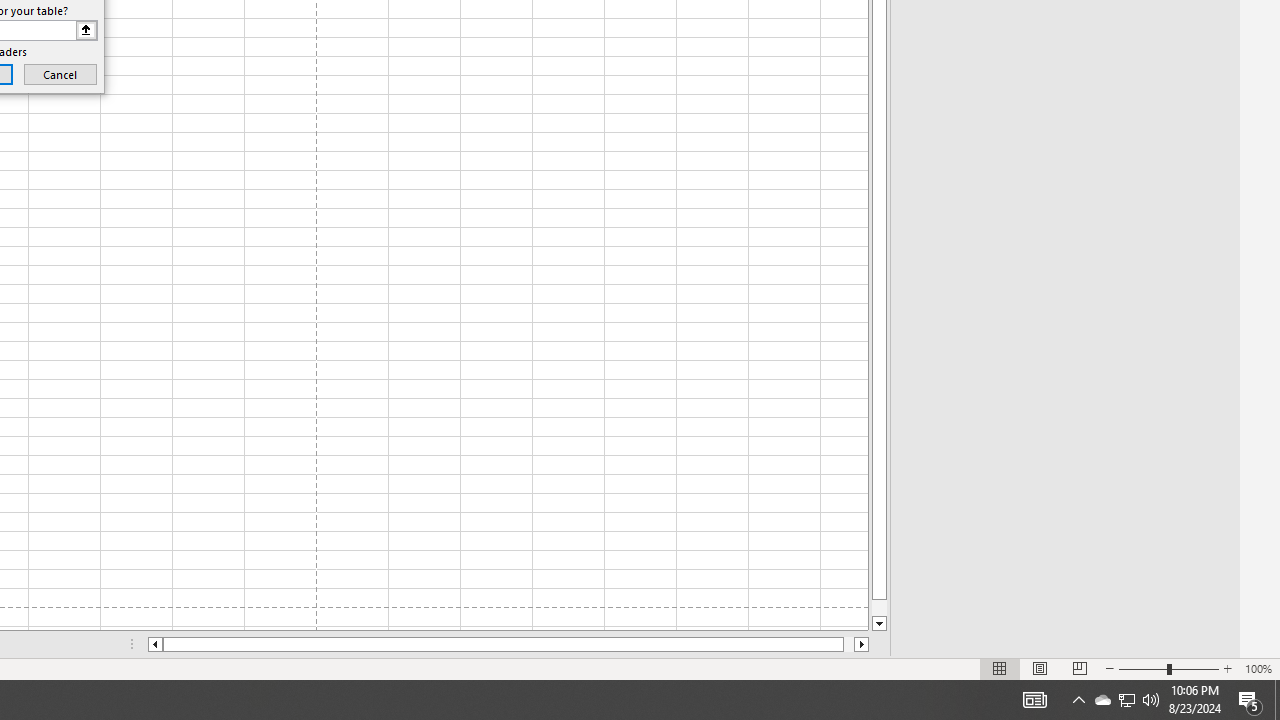 This screenshot has width=1280, height=720. What do you see at coordinates (879, 607) in the screenshot?
I see `'Page down'` at bounding box center [879, 607].